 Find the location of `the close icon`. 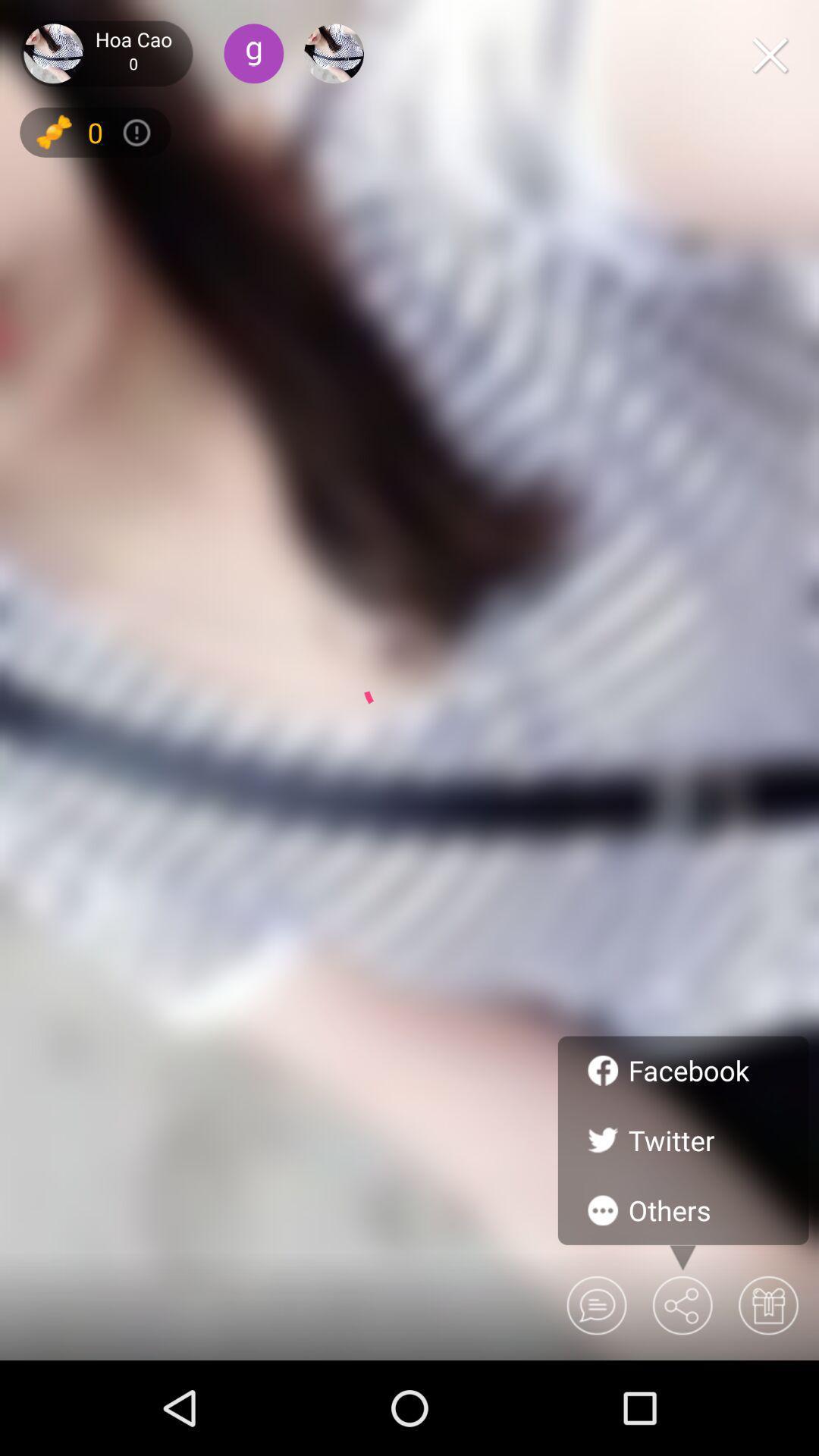

the close icon is located at coordinates (770, 55).